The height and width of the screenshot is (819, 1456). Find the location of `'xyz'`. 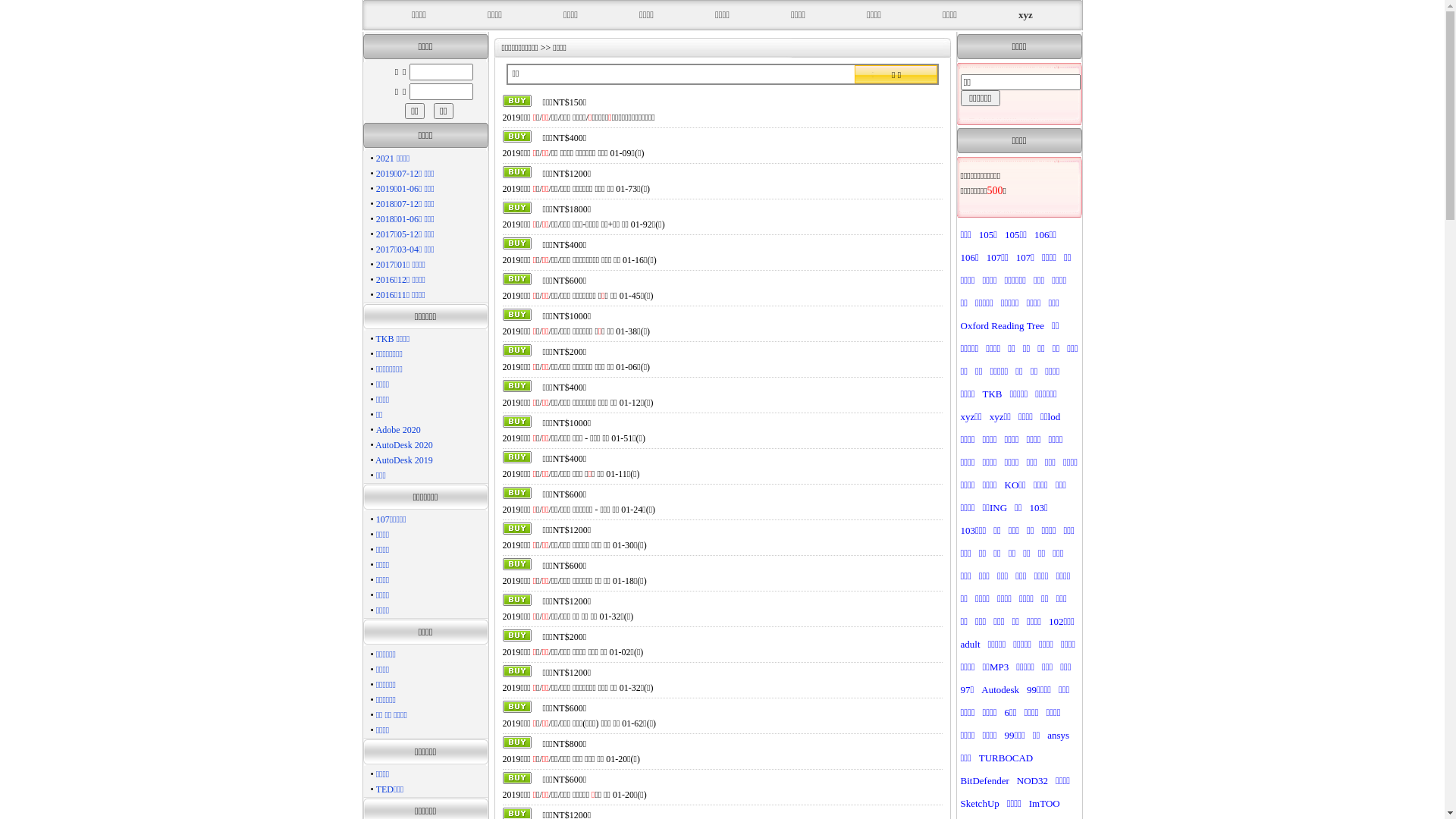

'xyz' is located at coordinates (1018, 14).